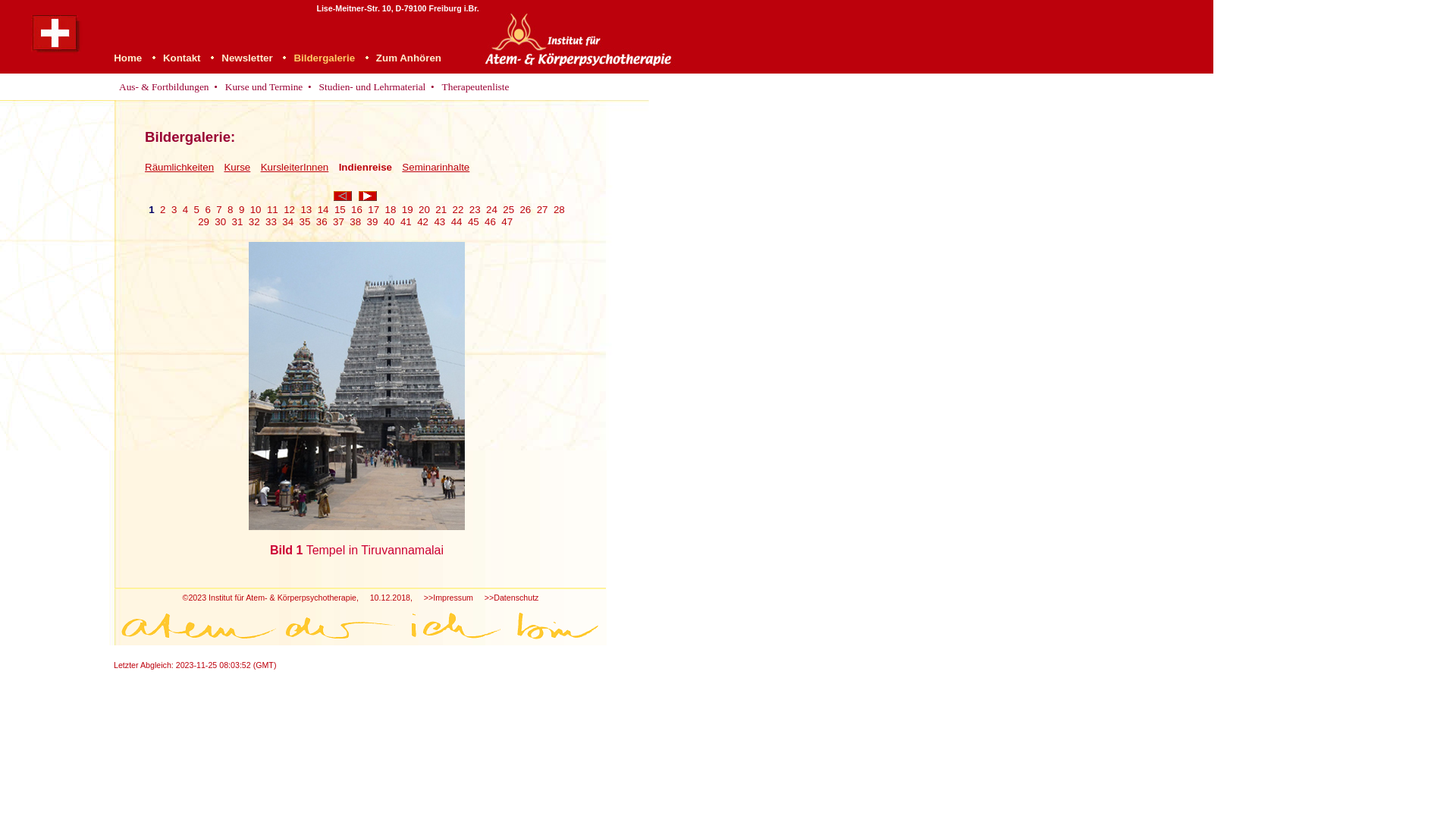 Image resolution: width=1456 pixels, height=819 pixels. Describe the element at coordinates (229, 209) in the screenshot. I see `'8'` at that location.